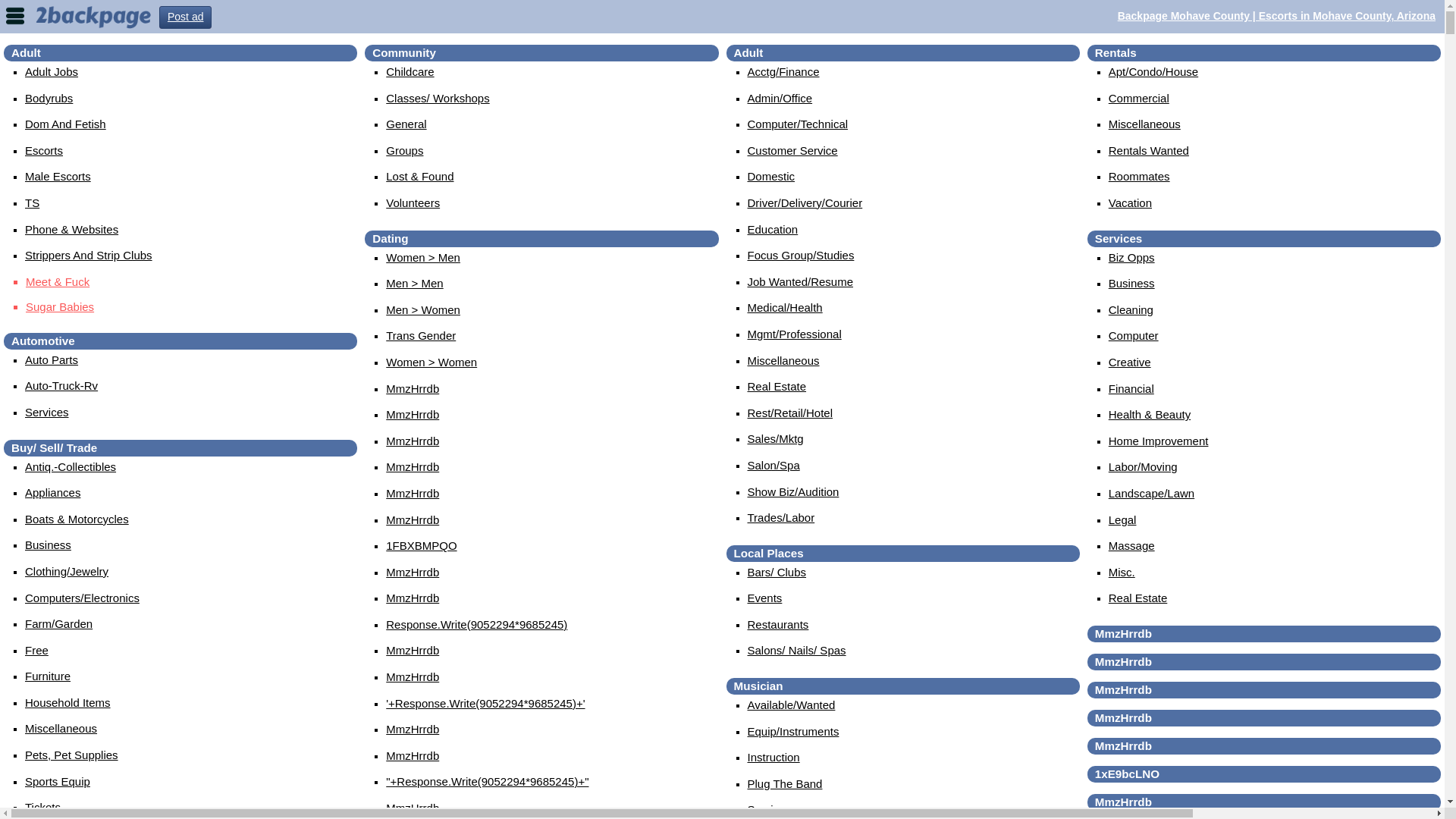  I want to click on 'Sales/Mktg', so click(747, 438).